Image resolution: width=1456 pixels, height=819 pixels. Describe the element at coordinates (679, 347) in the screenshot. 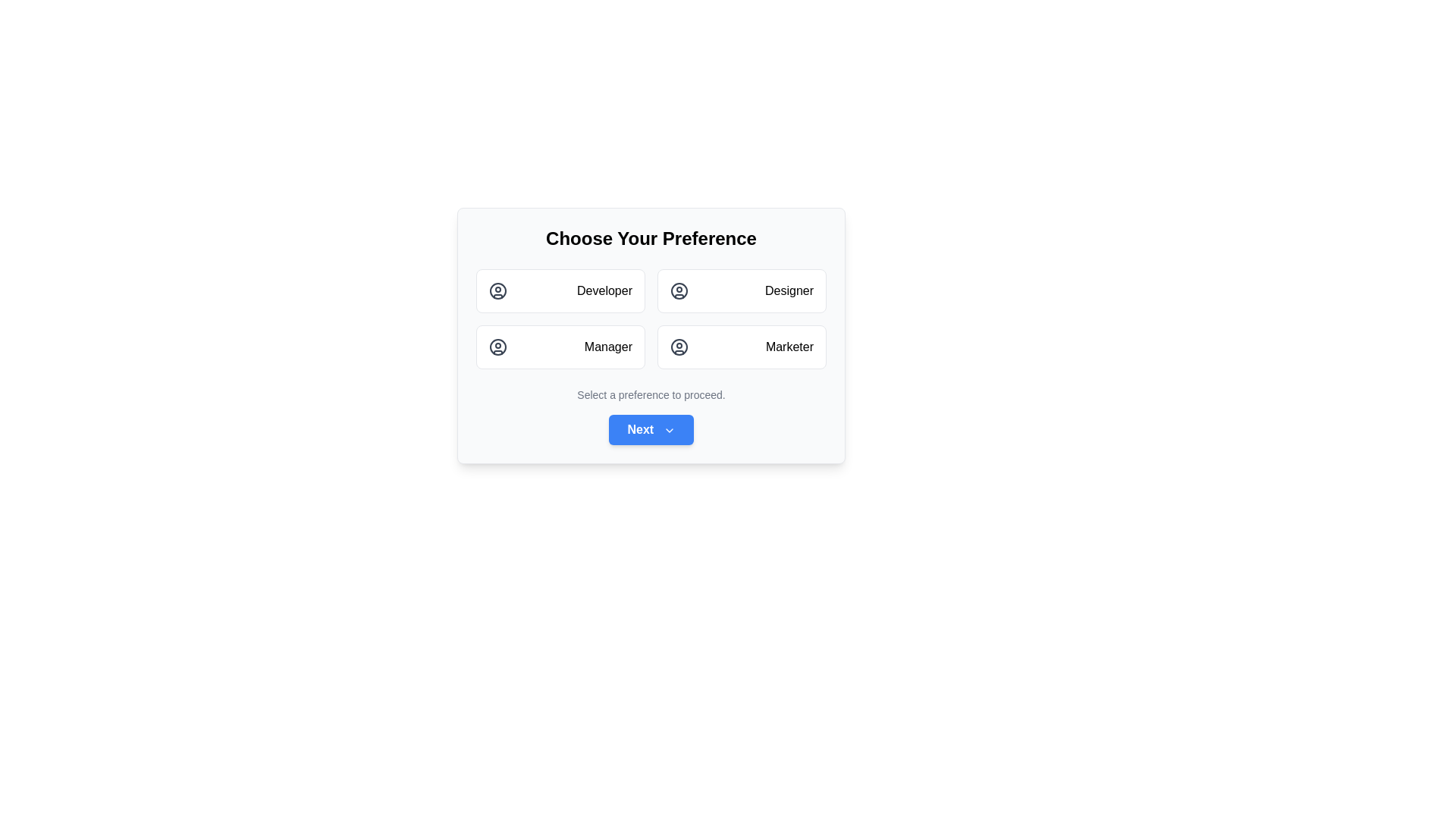

I see `the user profile icon located within the 'Marketer' card at the bottom-right of the preference selection grid in the centered interface modal` at that location.